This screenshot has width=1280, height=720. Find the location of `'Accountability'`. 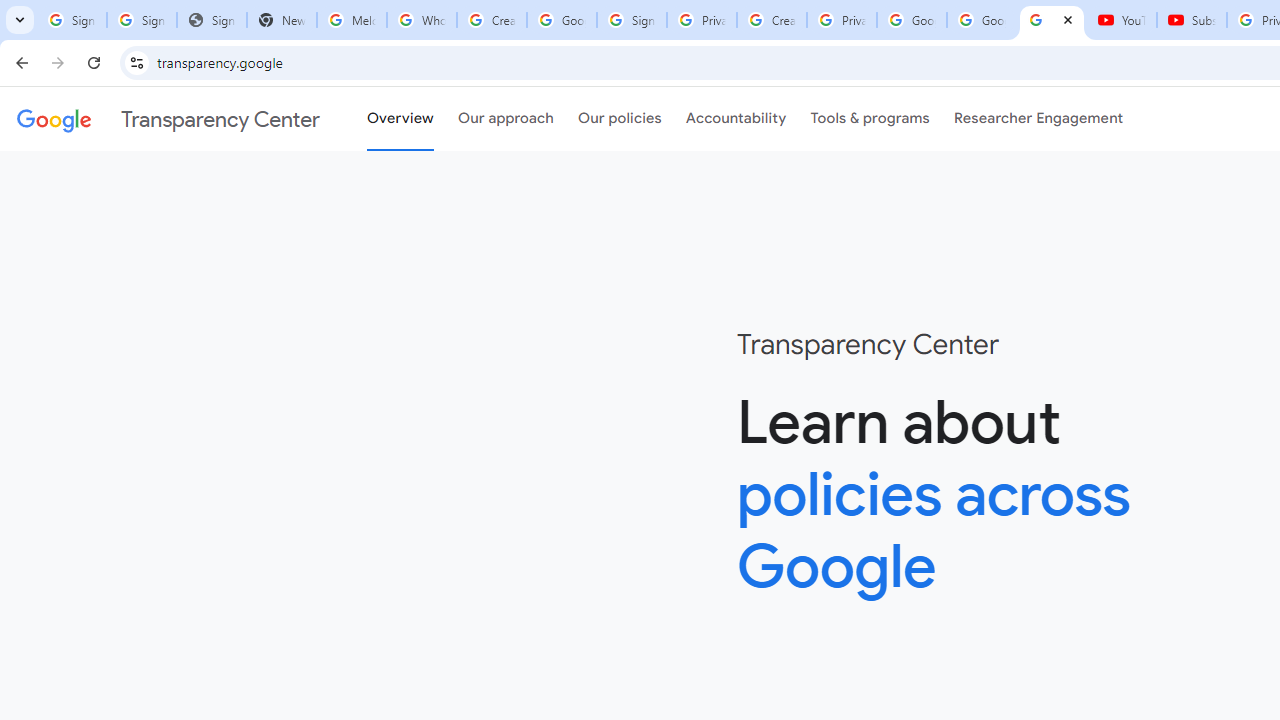

'Accountability' is located at coordinates (735, 119).